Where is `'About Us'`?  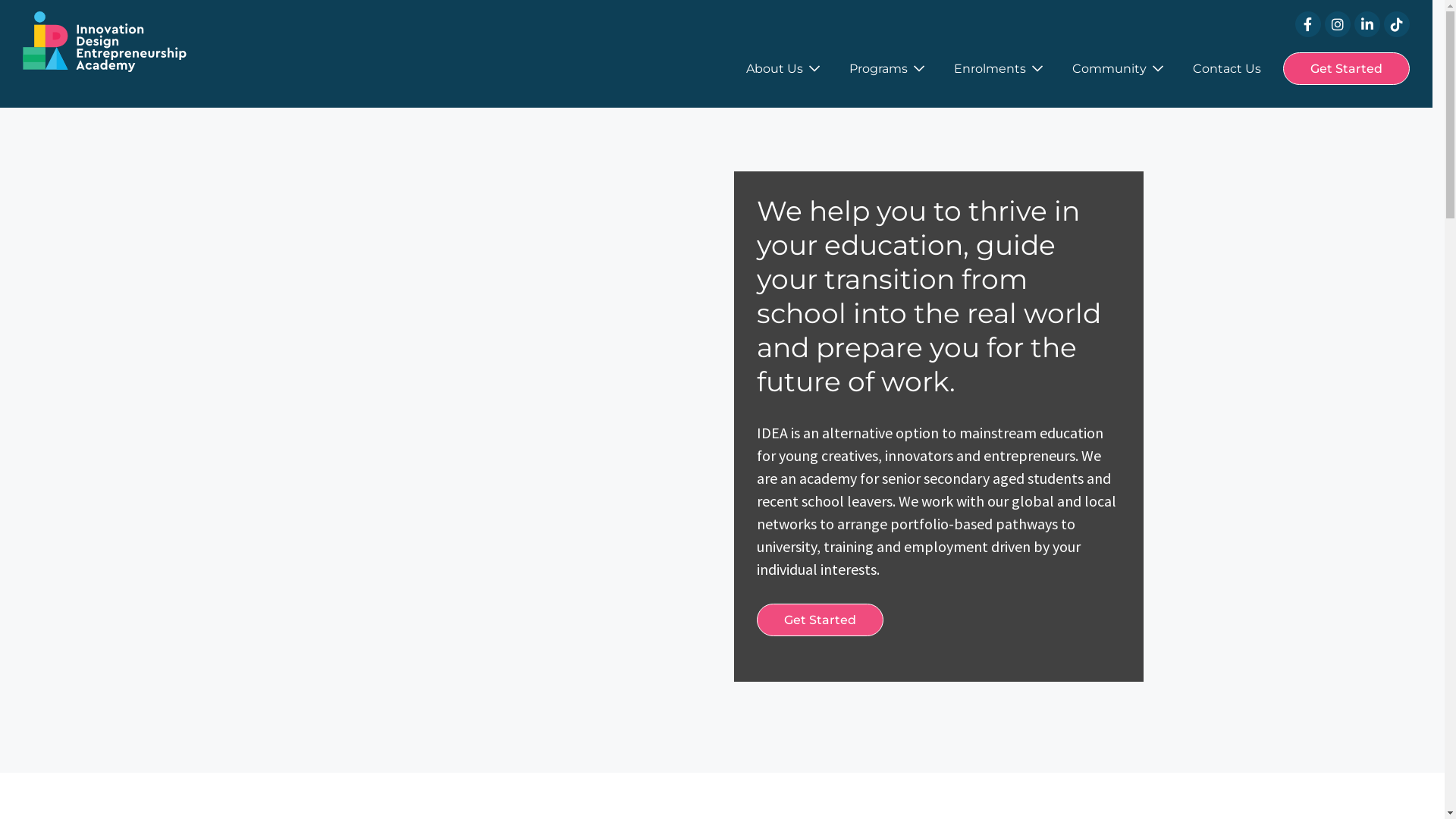
'About Us' is located at coordinates (745, 68).